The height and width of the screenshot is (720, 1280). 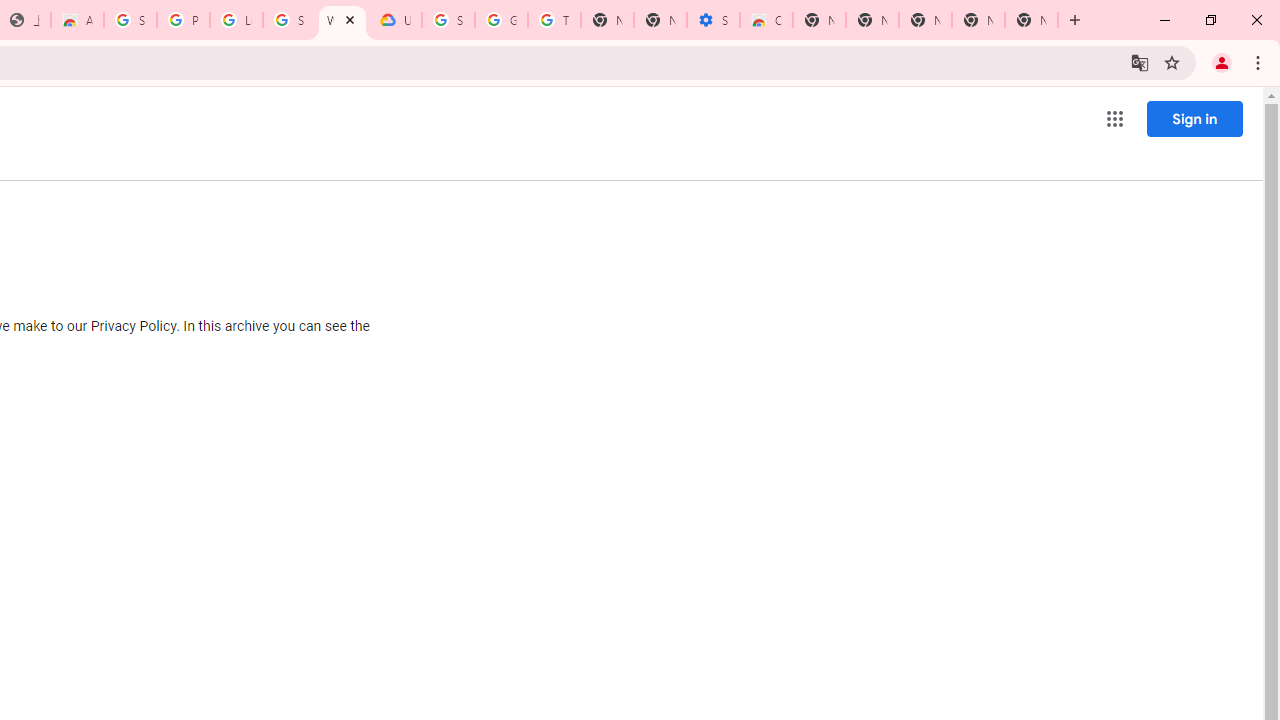 What do you see at coordinates (129, 20) in the screenshot?
I see `'Sign in - Google Accounts'` at bounding box center [129, 20].